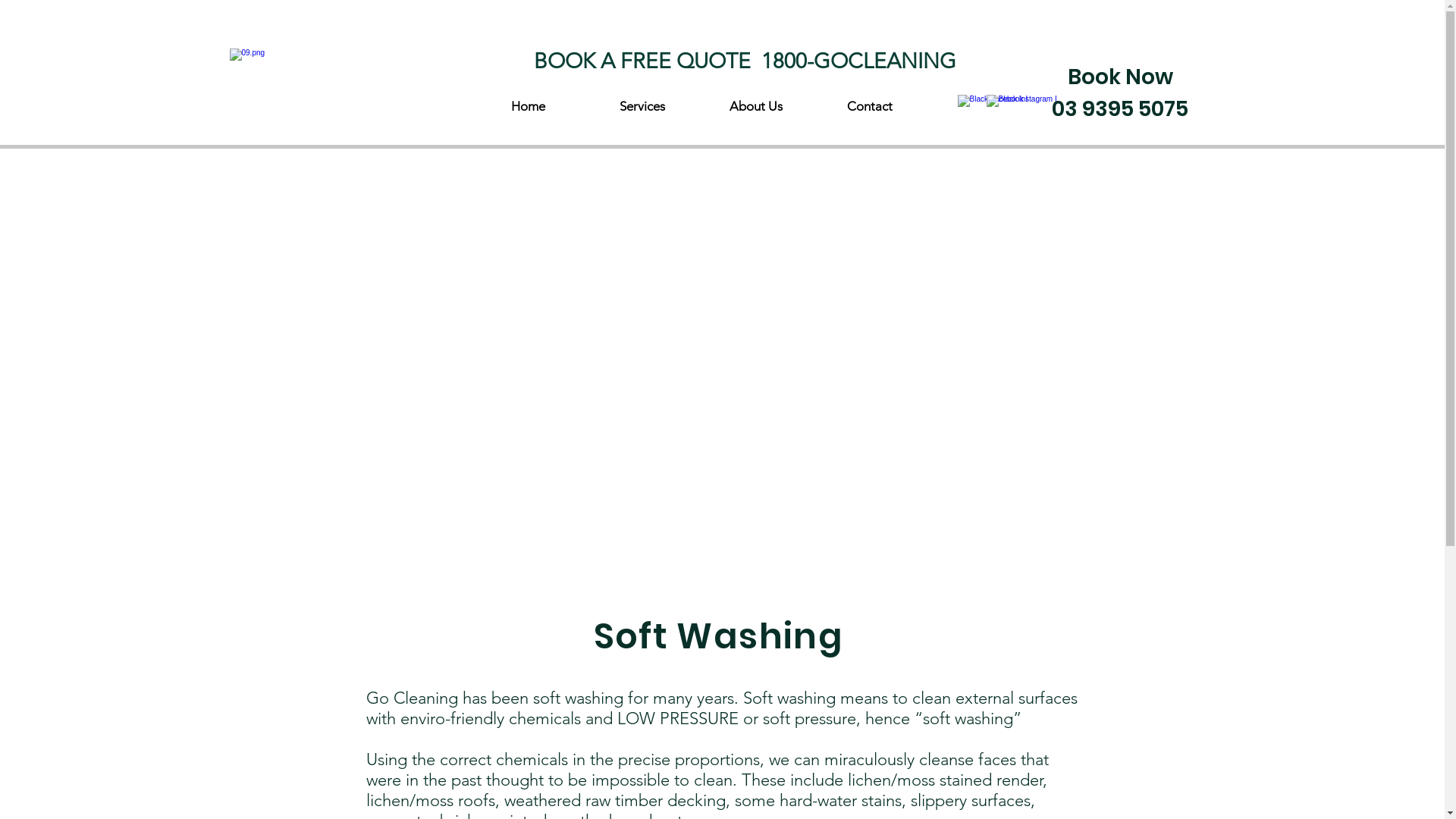 The image size is (1456, 819). I want to click on 'About Us', so click(756, 105).